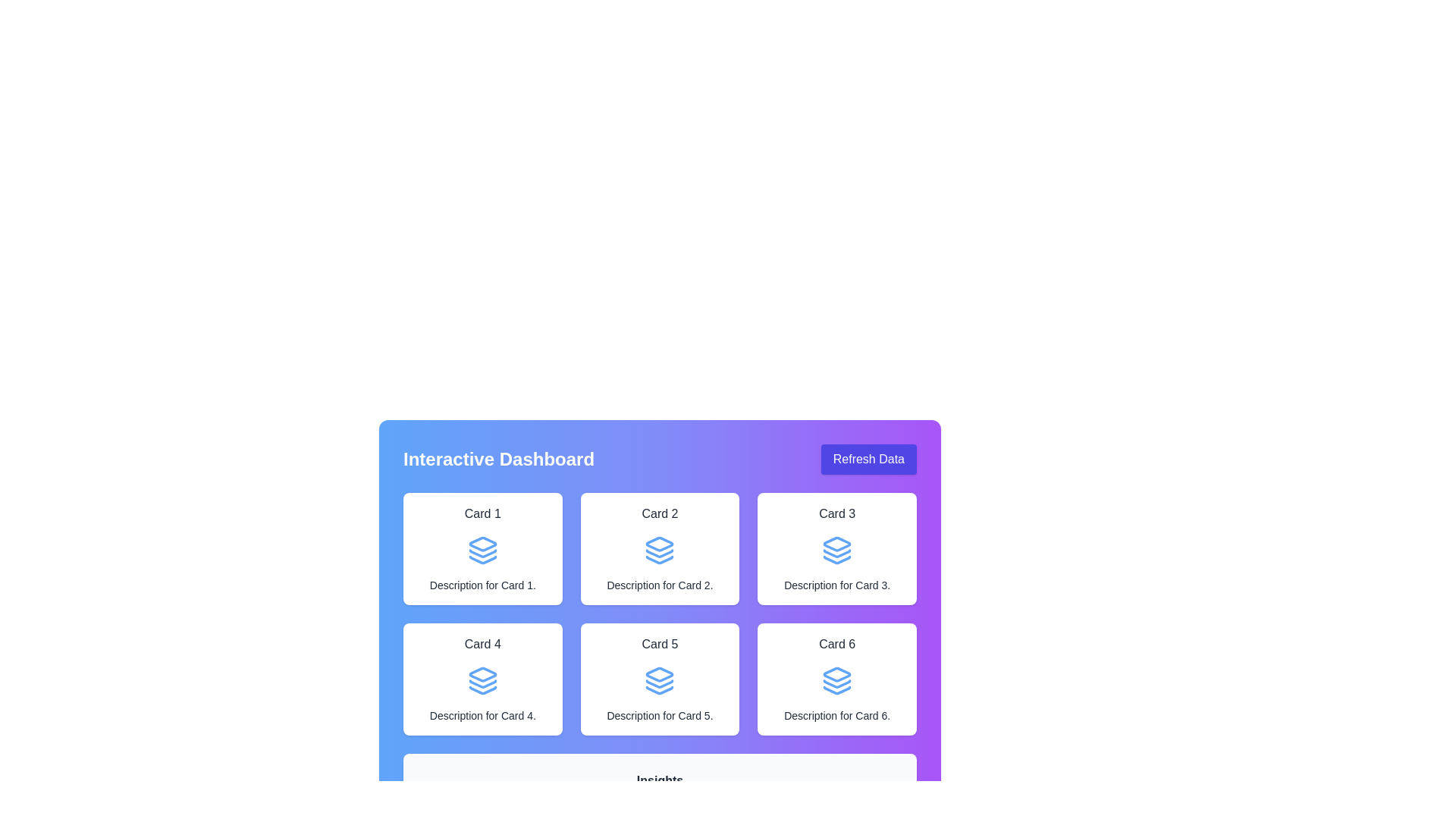 Image resolution: width=1456 pixels, height=819 pixels. Describe the element at coordinates (660, 680) in the screenshot. I see `the blue, stylized layers icon located in the center of 'Card 5' in the second row and second column of the grid` at that location.